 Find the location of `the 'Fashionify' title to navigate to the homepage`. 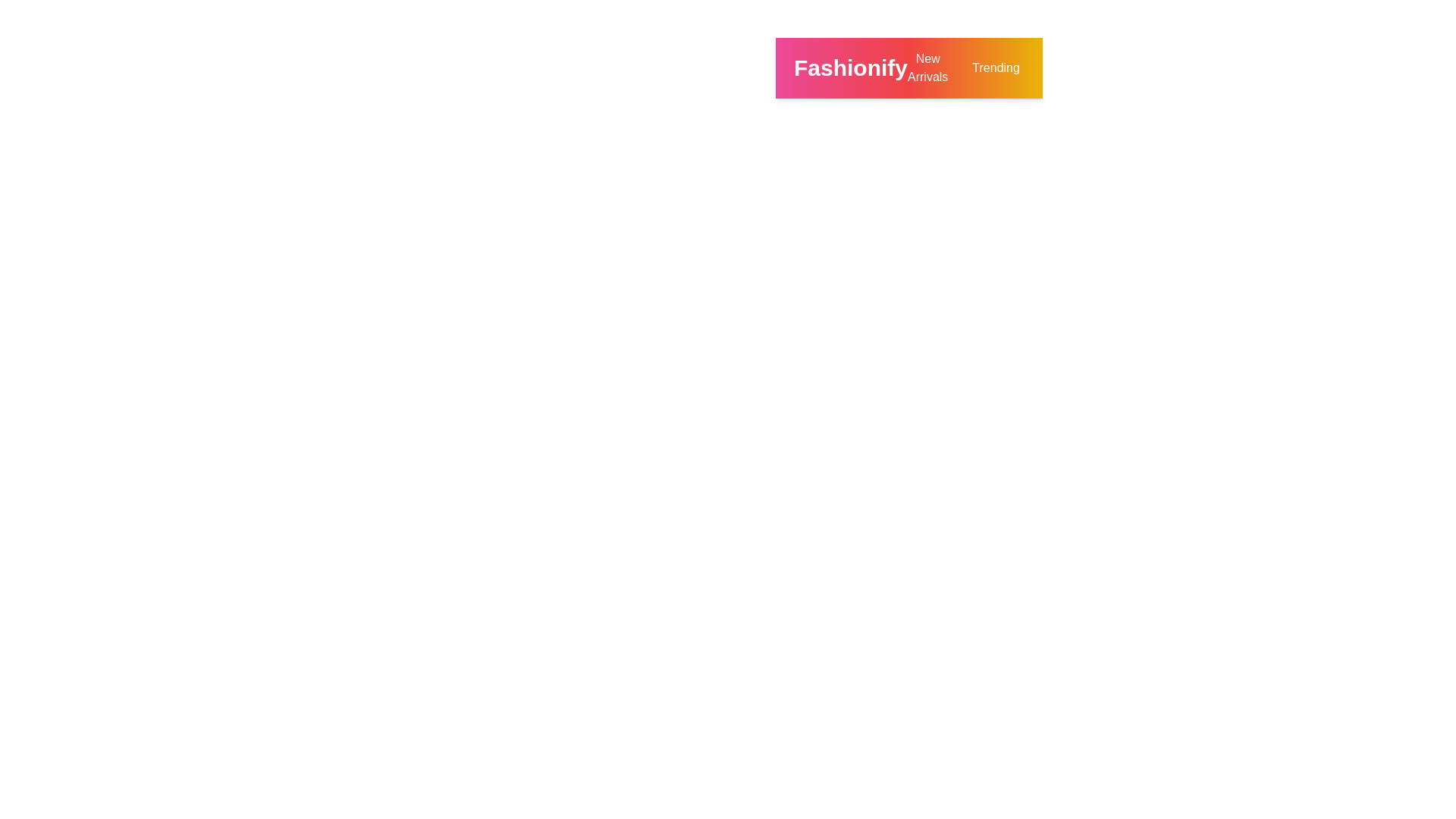

the 'Fashionify' title to navigate to the homepage is located at coordinates (851, 67).